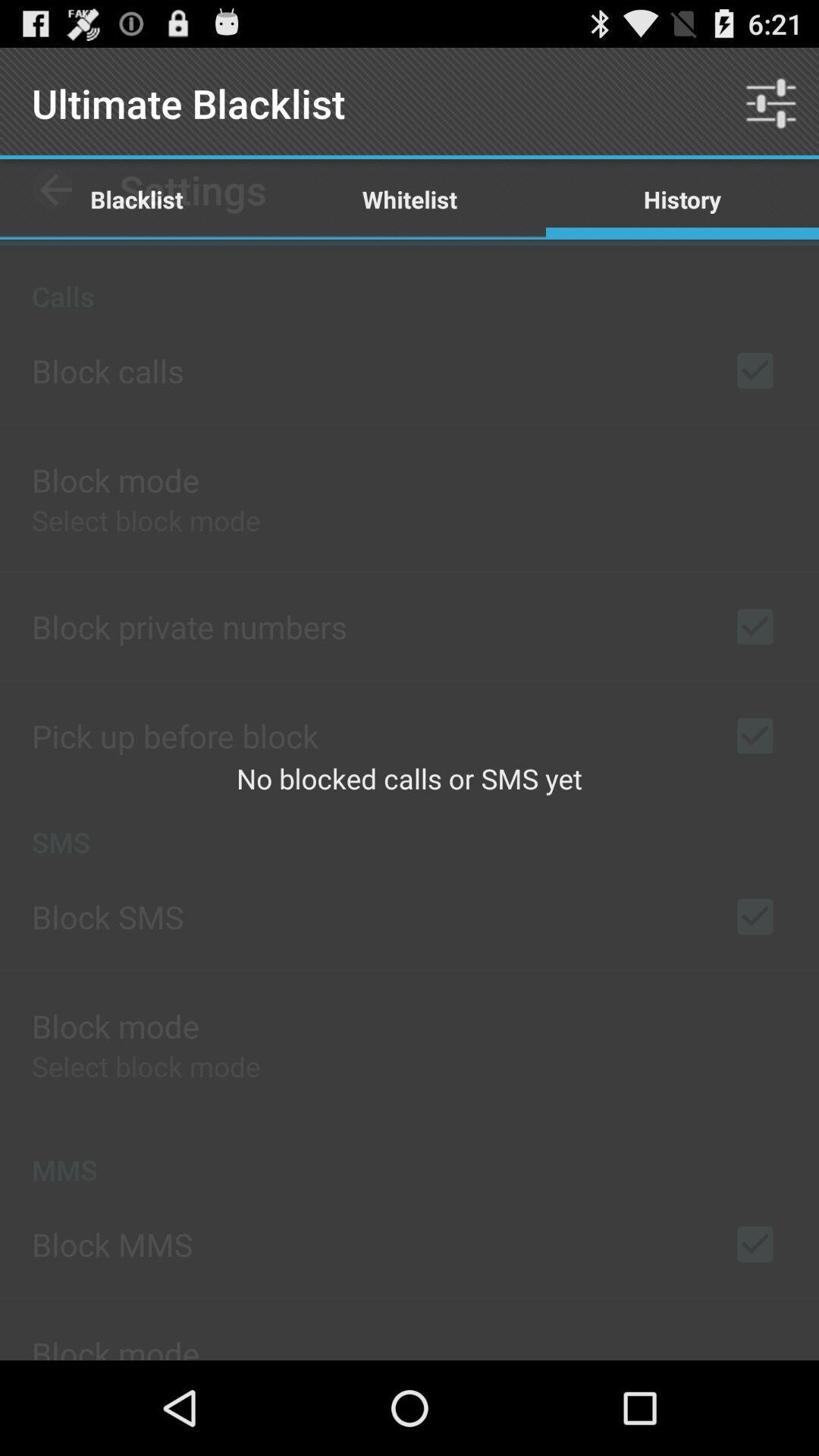 The image size is (819, 1456). I want to click on the item next to the history icon, so click(409, 198).